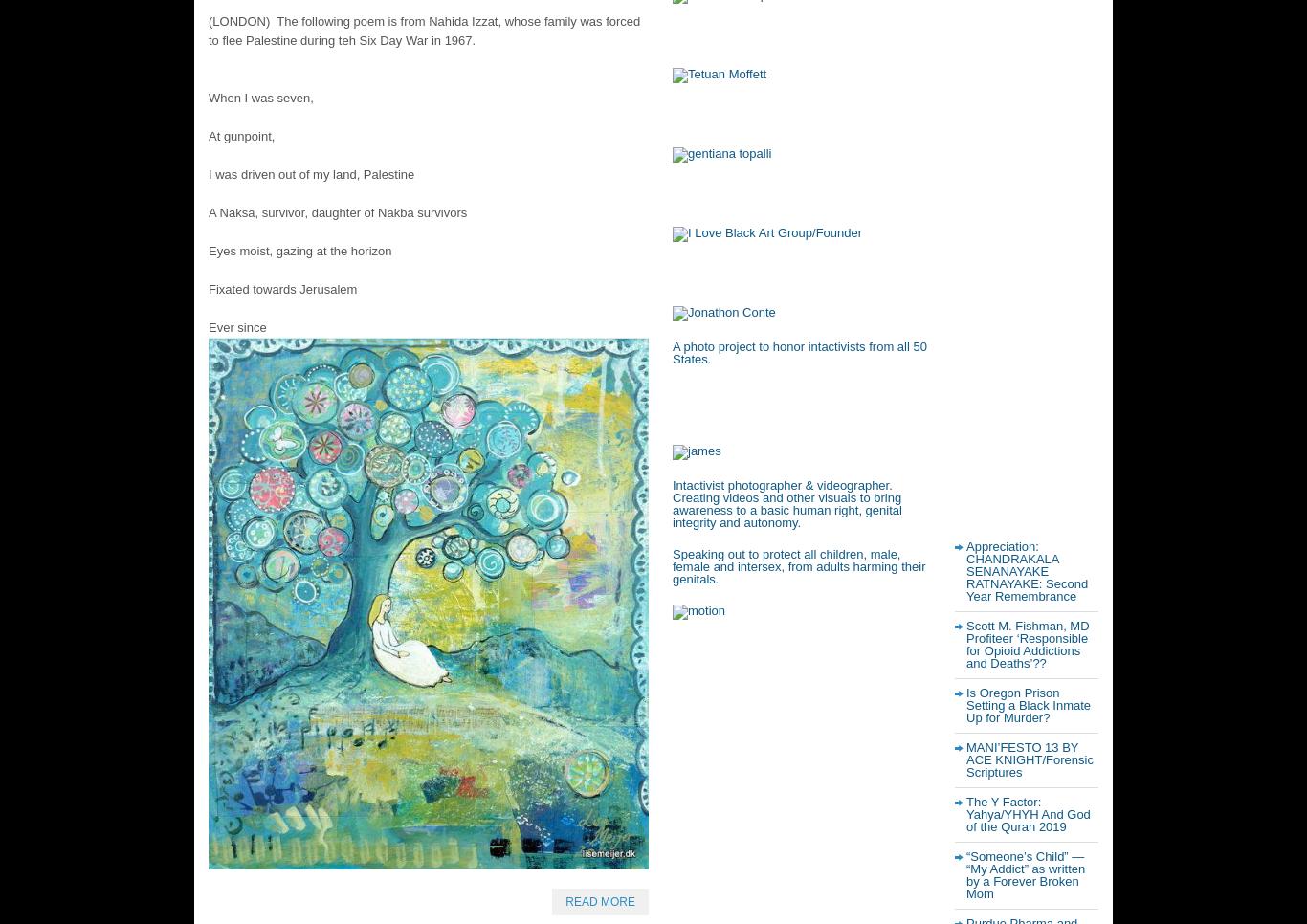  What do you see at coordinates (1028, 759) in the screenshot?
I see `'MANI’FESTO 13 BY ACE KNIGHT/Forensic Scriptures'` at bounding box center [1028, 759].